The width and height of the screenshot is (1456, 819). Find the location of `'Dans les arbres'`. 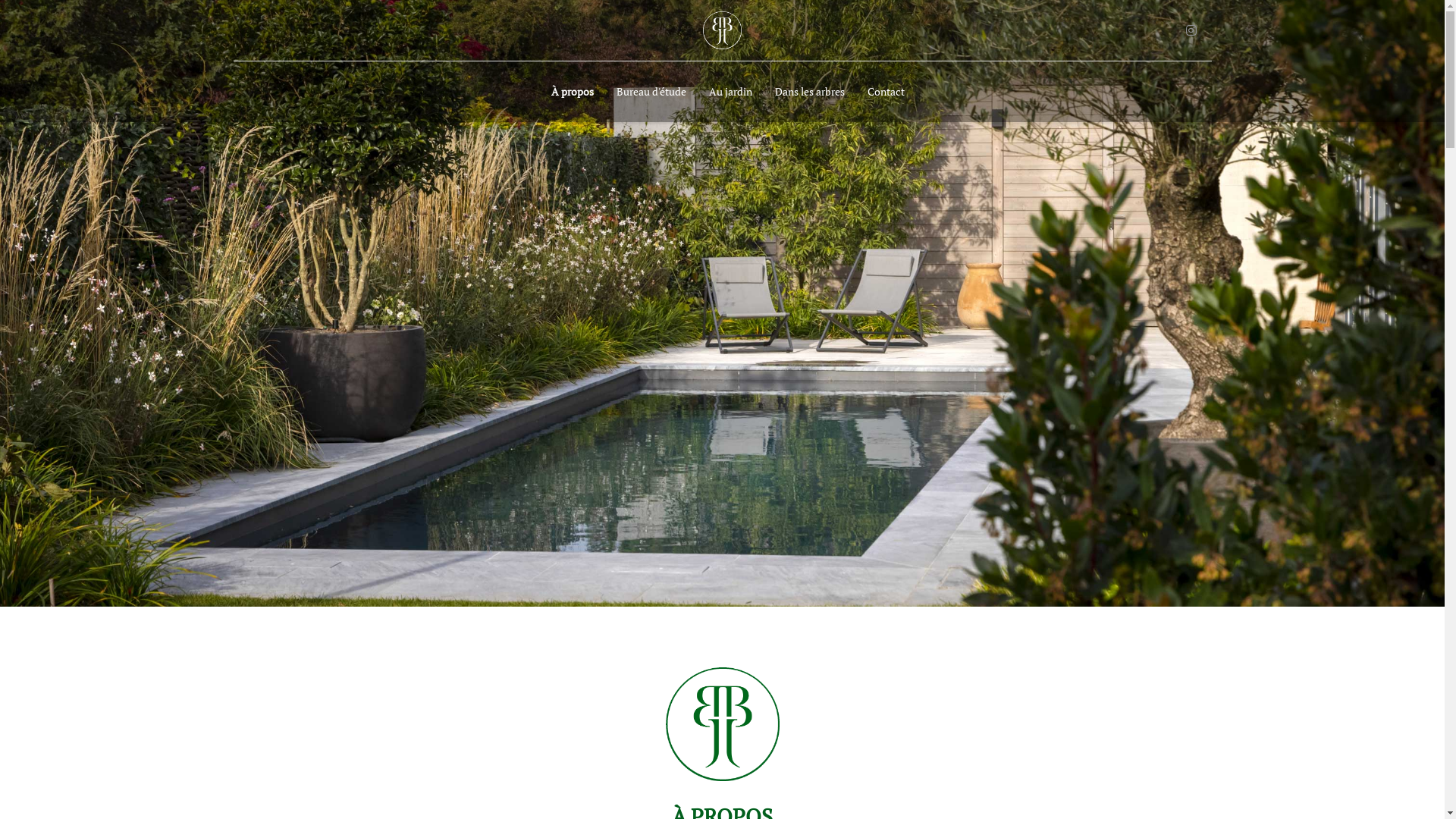

'Dans les arbres' is located at coordinates (809, 91).